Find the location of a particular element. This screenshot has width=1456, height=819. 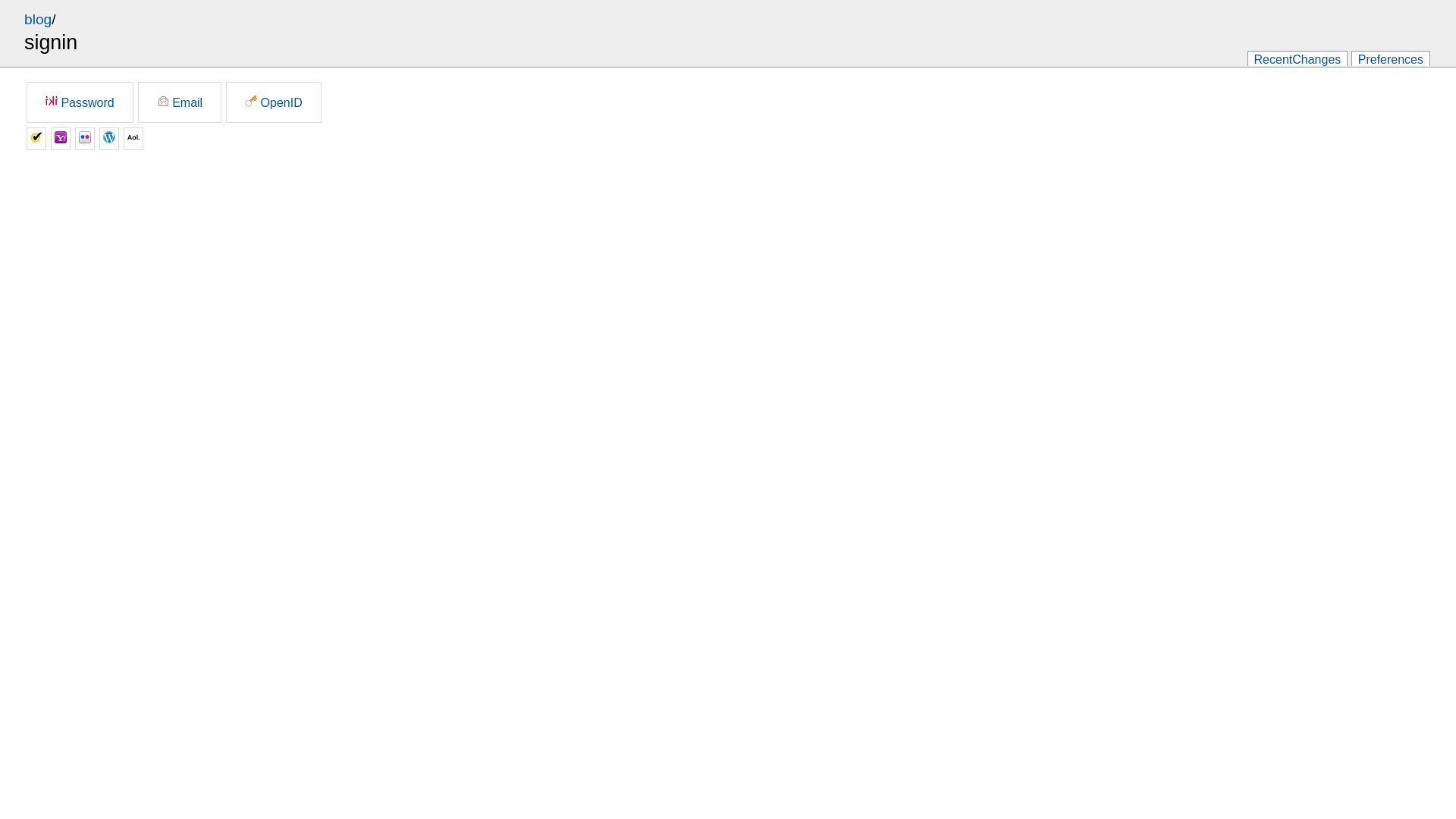

'RecentChanges' is located at coordinates (1254, 58).